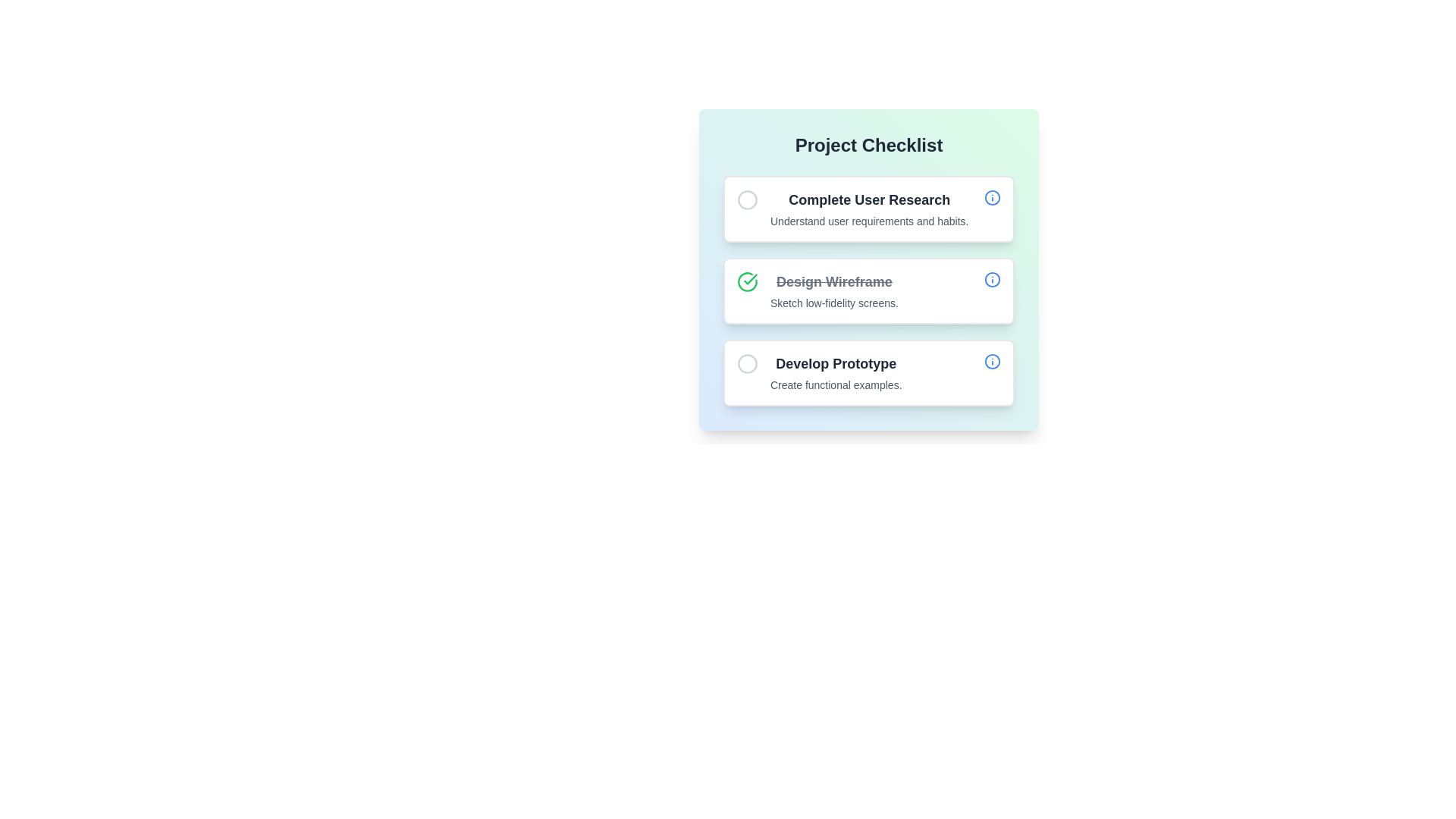 This screenshot has width=1456, height=819. Describe the element at coordinates (869, 291) in the screenshot. I see `the section titled 'Design Wireframe' in the Project Checklist, which contains a line-through title and a description about low-fidelity screens` at that location.